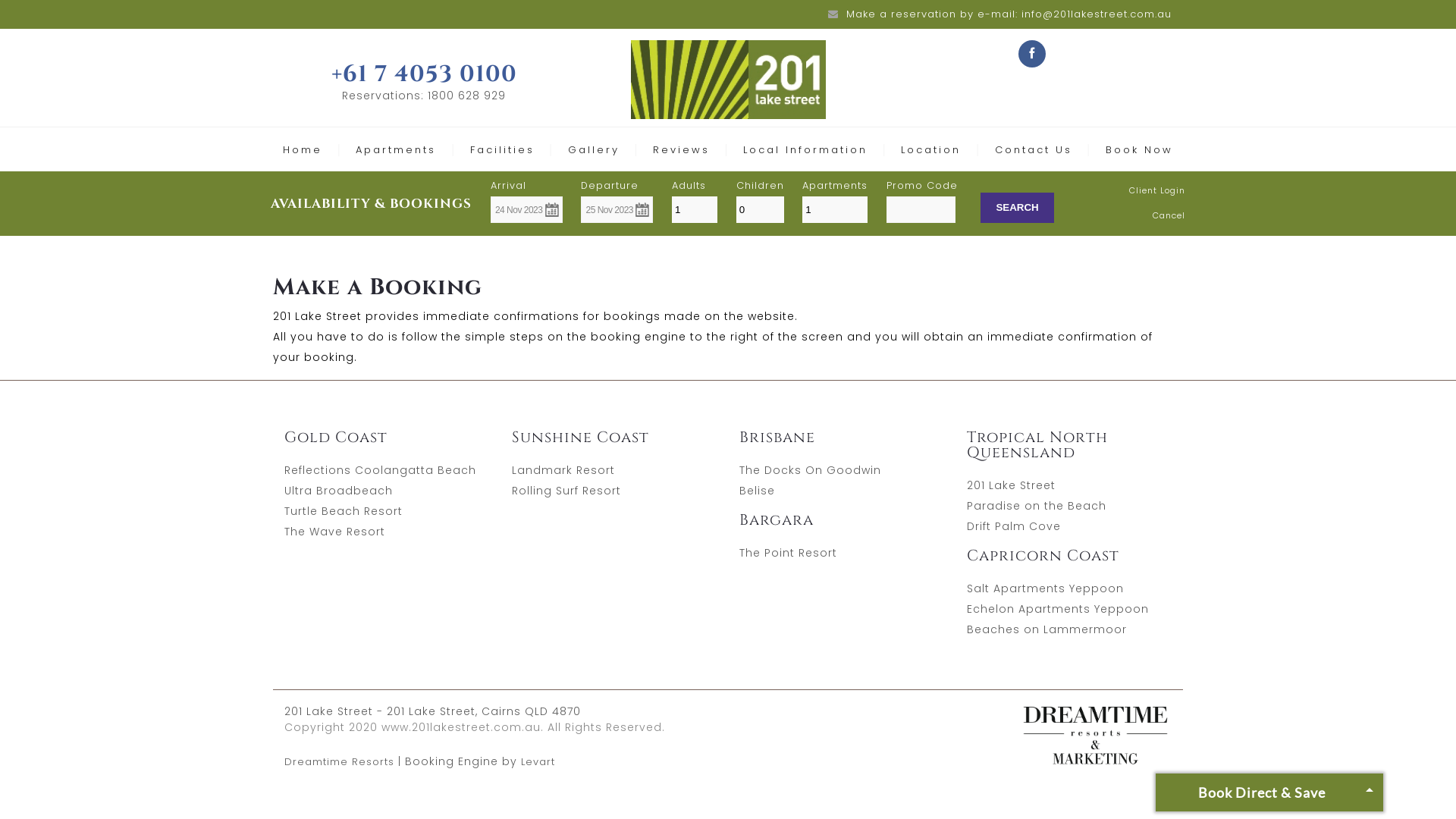 This screenshot has height=819, width=1456. What do you see at coordinates (566, 491) in the screenshot?
I see `'Rolling Surf Resort'` at bounding box center [566, 491].